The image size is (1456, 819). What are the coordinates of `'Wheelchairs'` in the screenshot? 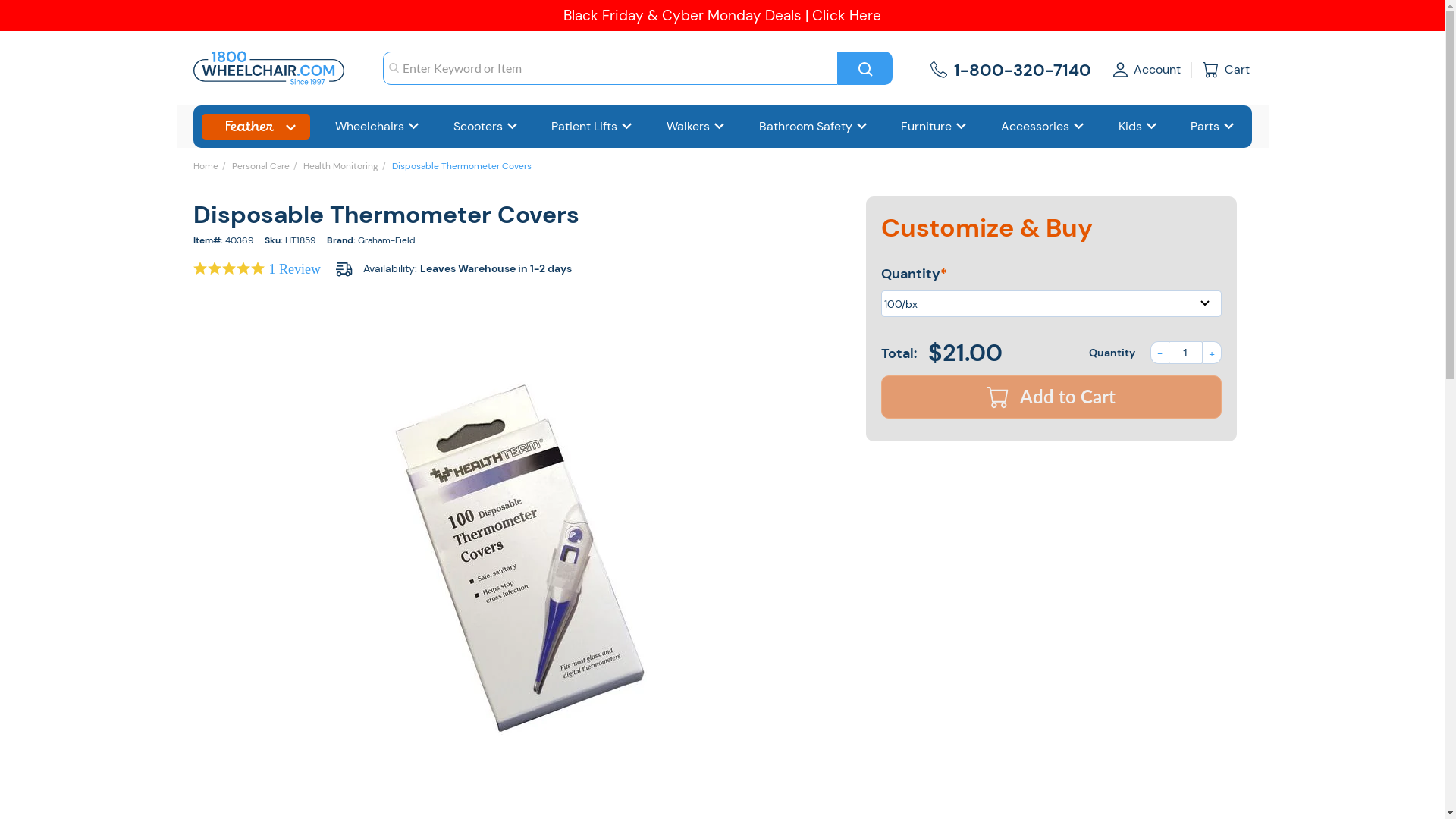 It's located at (378, 126).